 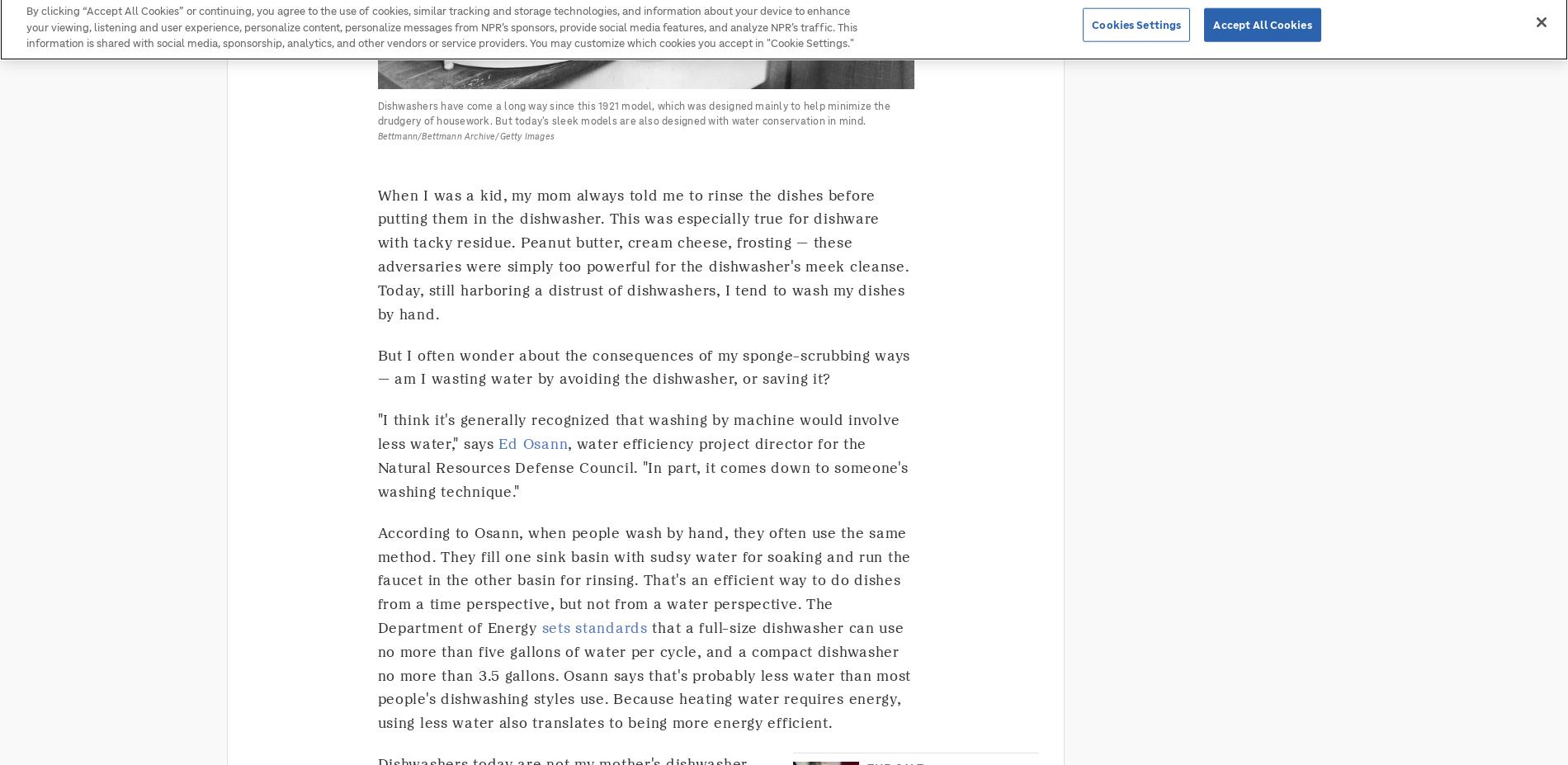 I want to click on 'But I often wonder about the consequences of my sponge-scrubbing ways — am I wasting water by avoiding the dishwasher, or saving it?', so click(x=642, y=366).